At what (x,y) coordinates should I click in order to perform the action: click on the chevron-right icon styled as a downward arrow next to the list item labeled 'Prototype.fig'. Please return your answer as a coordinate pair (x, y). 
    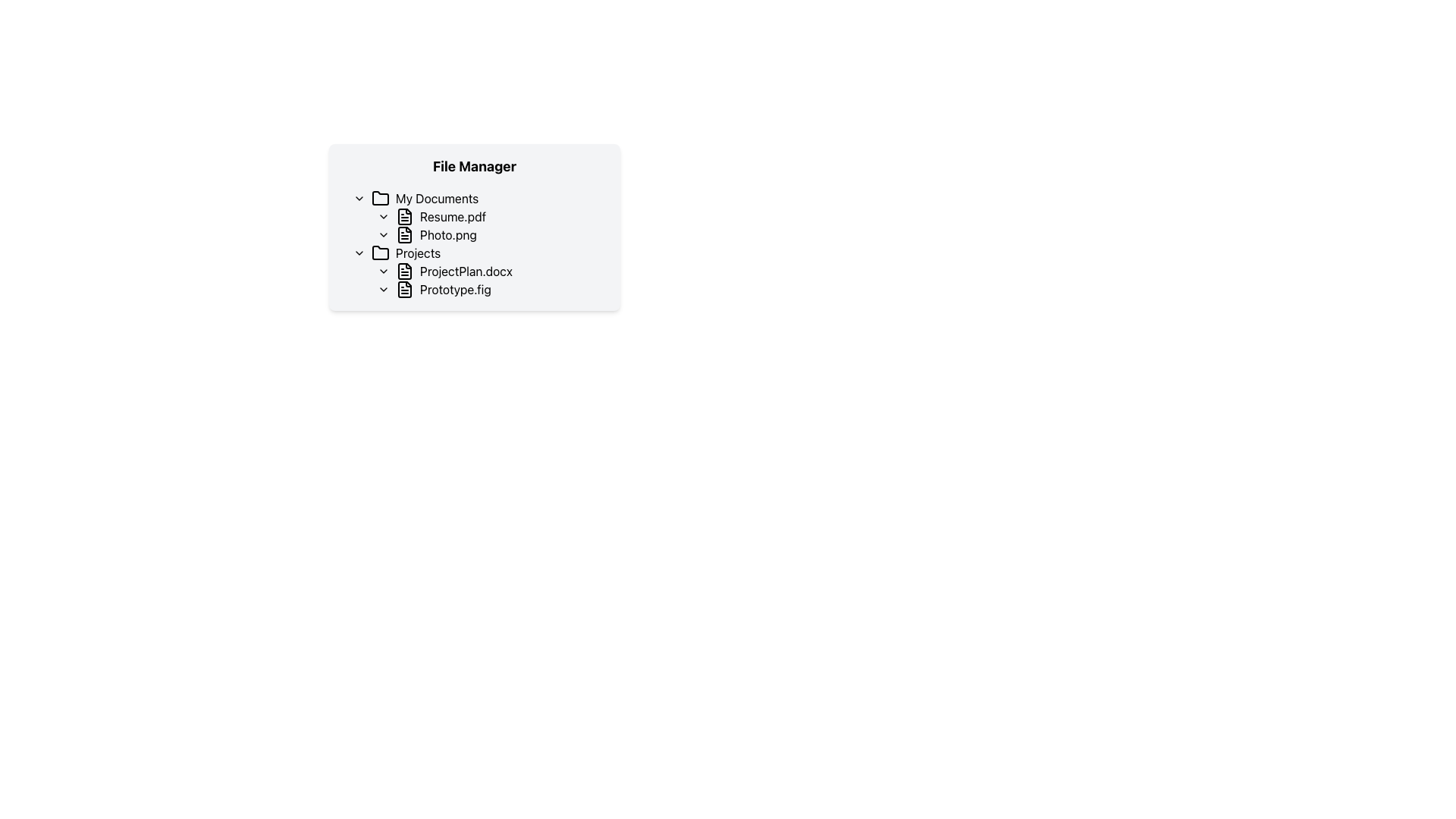
    Looking at the image, I should click on (383, 289).